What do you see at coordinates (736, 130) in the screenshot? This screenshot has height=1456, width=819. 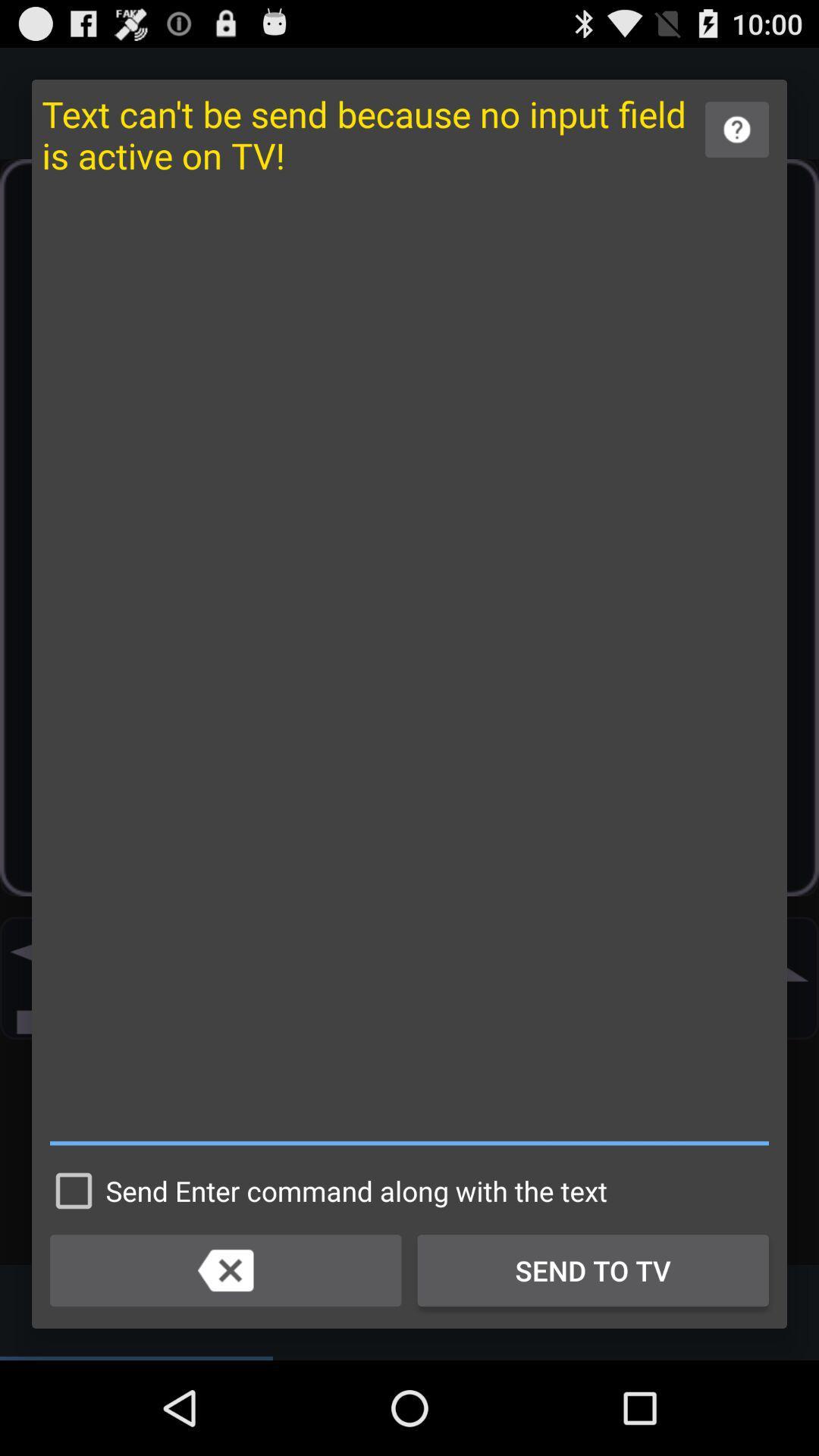 I see `the item at the top right corner` at bounding box center [736, 130].